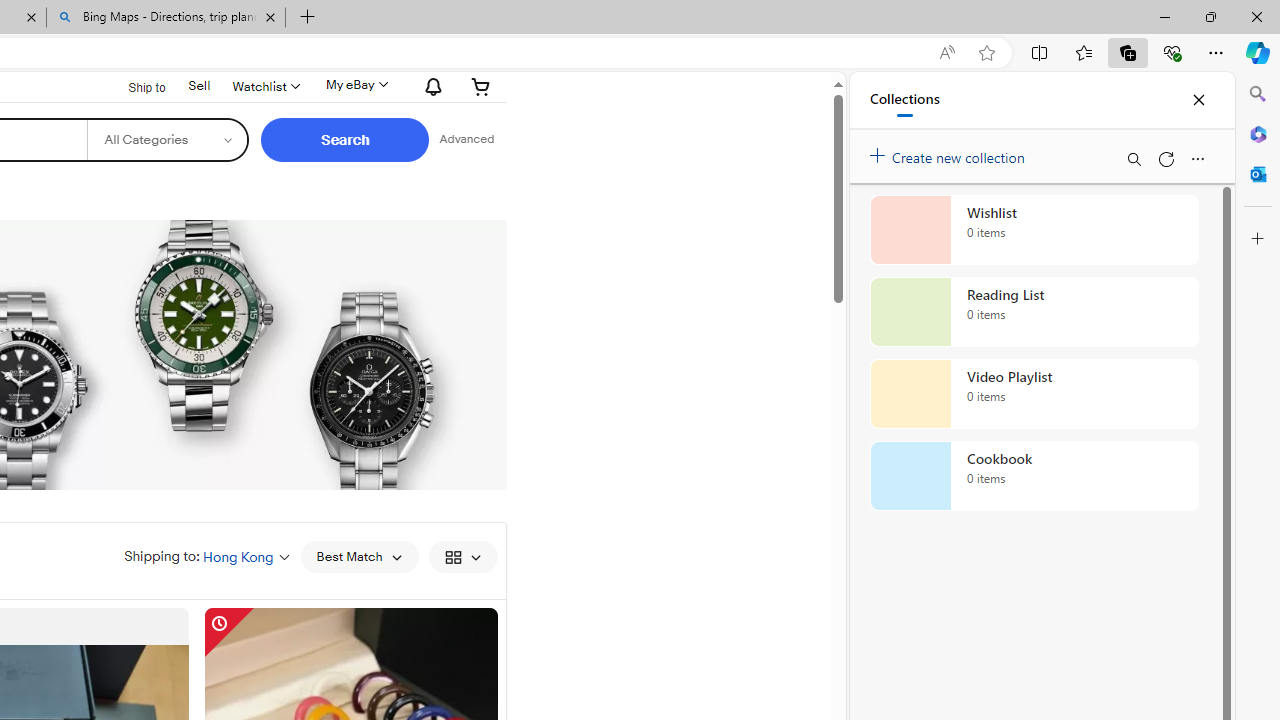 This screenshot has height=720, width=1280. I want to click on 'Select a category for search', so click(167, 139).